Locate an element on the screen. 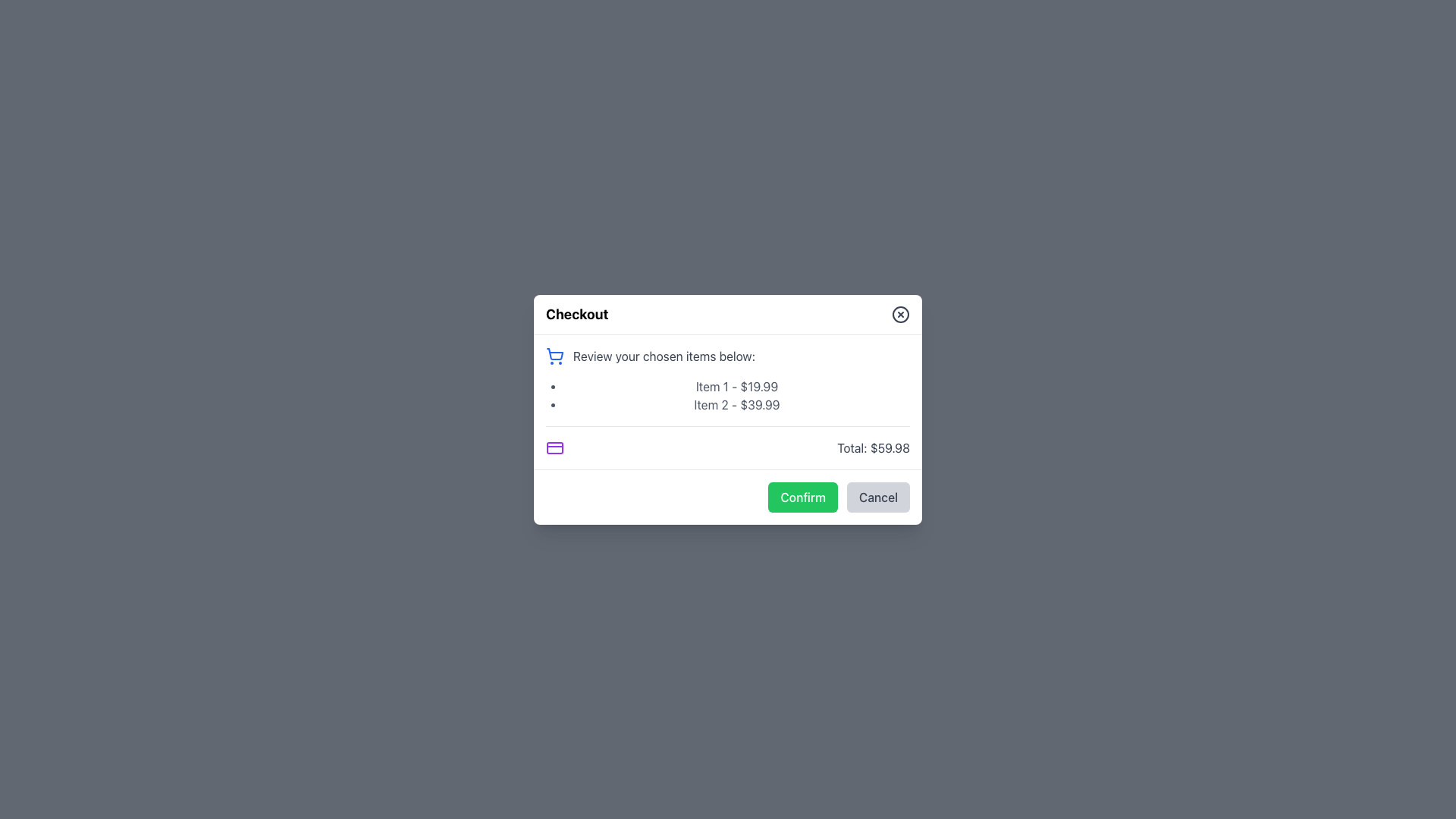 The height and width of the screenshot is (819, 1456). the main body of the shopping cart icon, which is represented by a thick blue outline within the 'Checkout' dialog box, adjacent to the text 'Review your chosen items below' is located at coordinates (554, 353).